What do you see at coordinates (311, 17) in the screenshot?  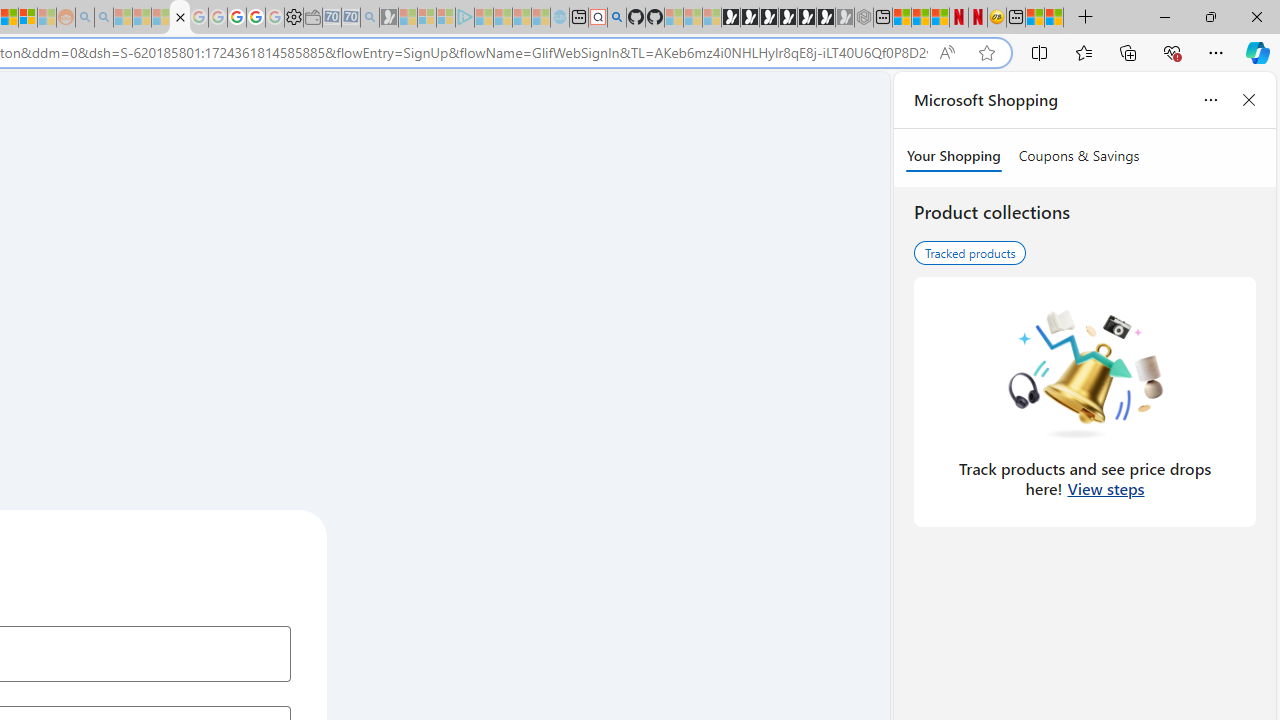 I see `'Wallet - Sleeping'` at bounding box center [311, 17].